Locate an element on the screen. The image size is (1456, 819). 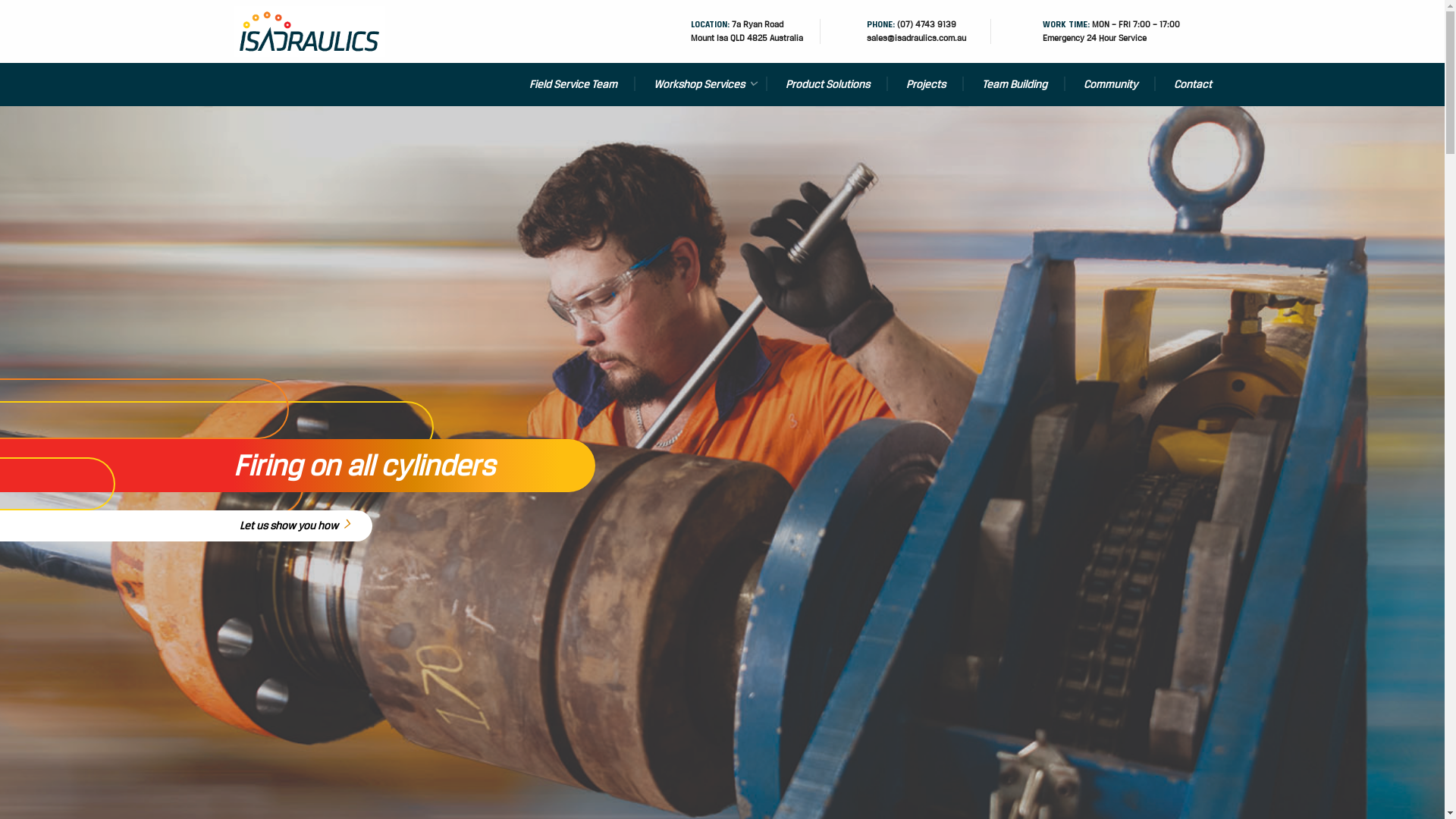
'Community' is located at coordinates (1109, 84).